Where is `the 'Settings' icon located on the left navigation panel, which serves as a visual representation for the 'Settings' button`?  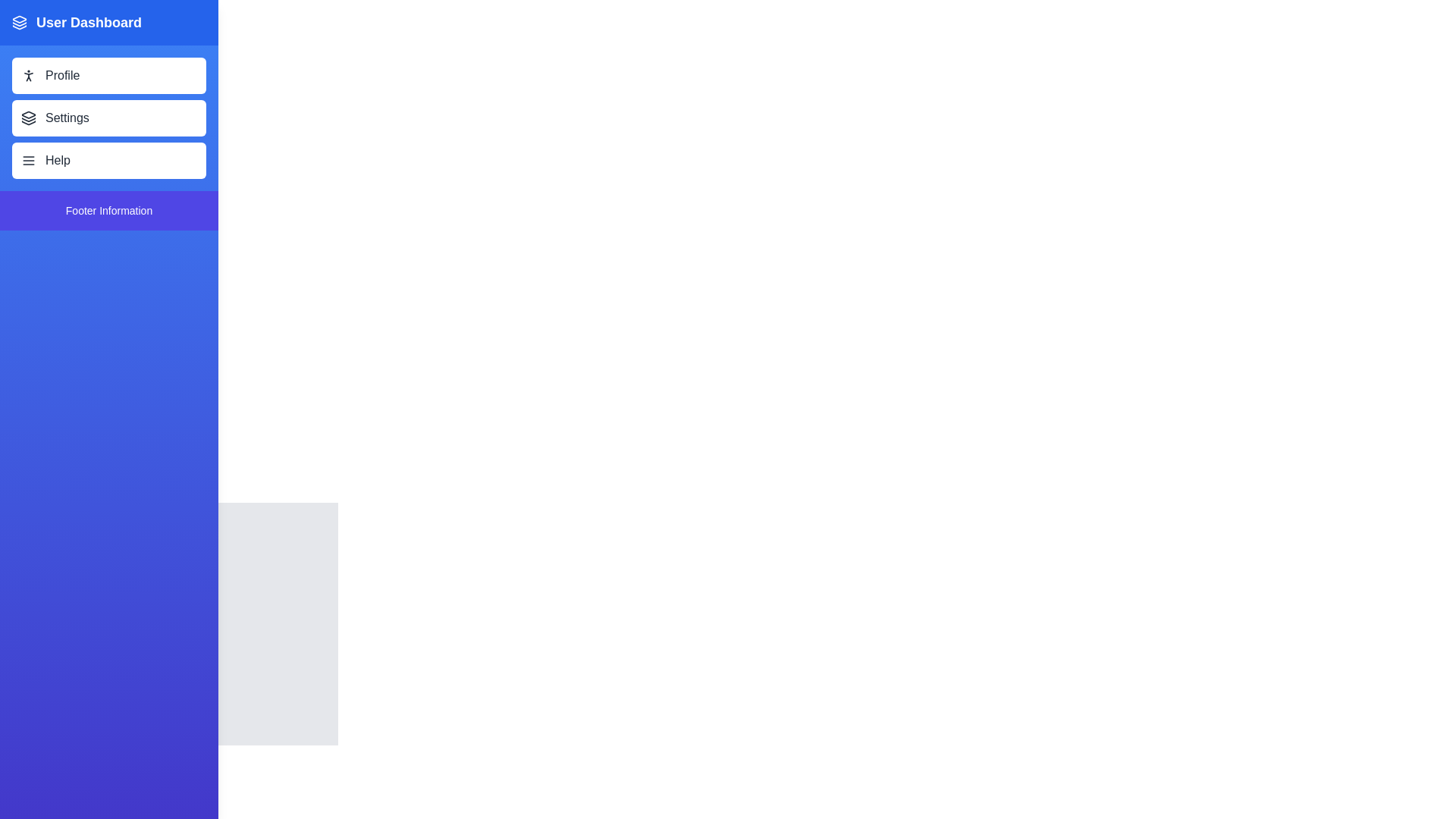 the 'Settings' icon located on the left navigation panel, which serves as a visual representation for the 'Settings' button is located at coordinates (29, 117).